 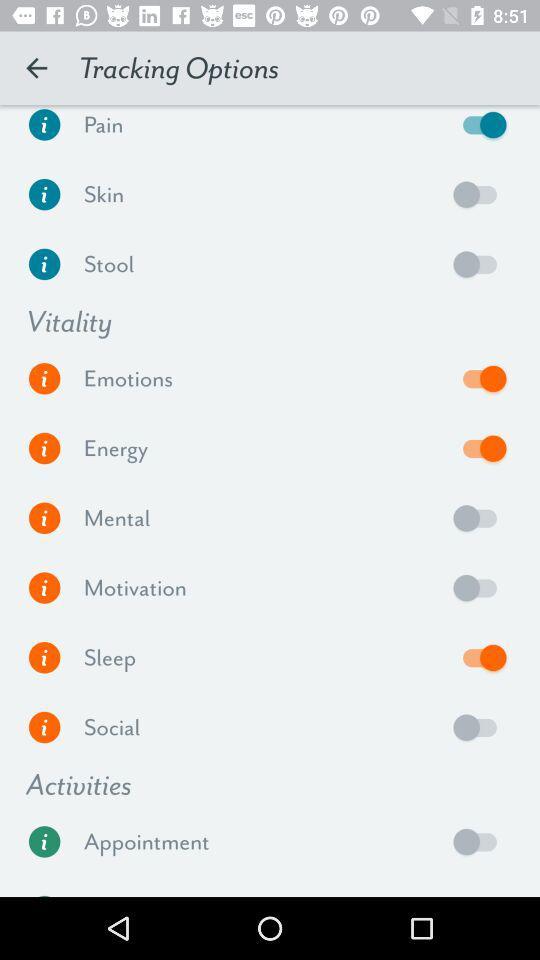 What do you see at coordinates (479, 448) in the screenshot?
I see `energy` at bounding box center [479, 448].